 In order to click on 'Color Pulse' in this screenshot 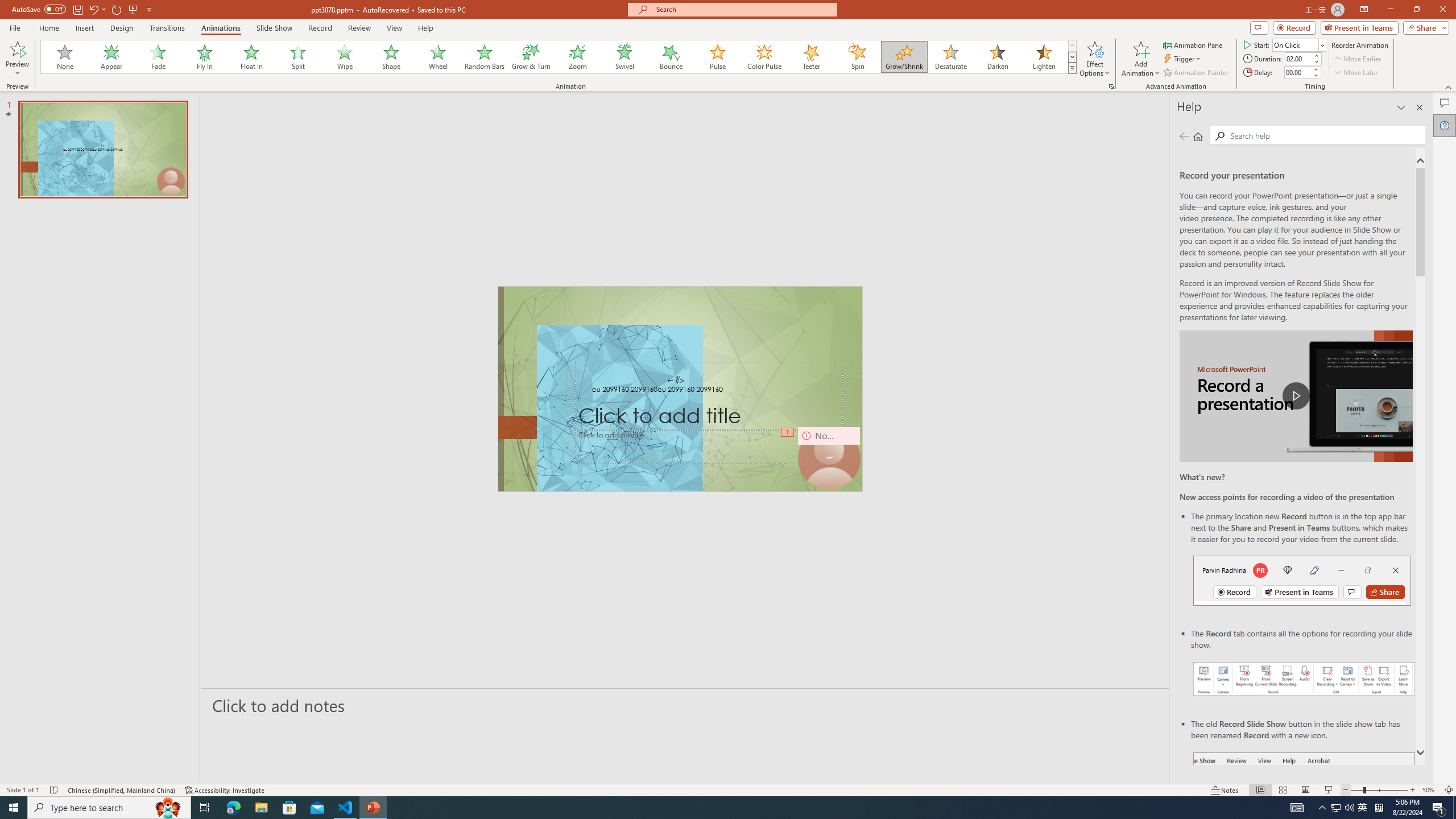, I will do `click(764, 56)`.